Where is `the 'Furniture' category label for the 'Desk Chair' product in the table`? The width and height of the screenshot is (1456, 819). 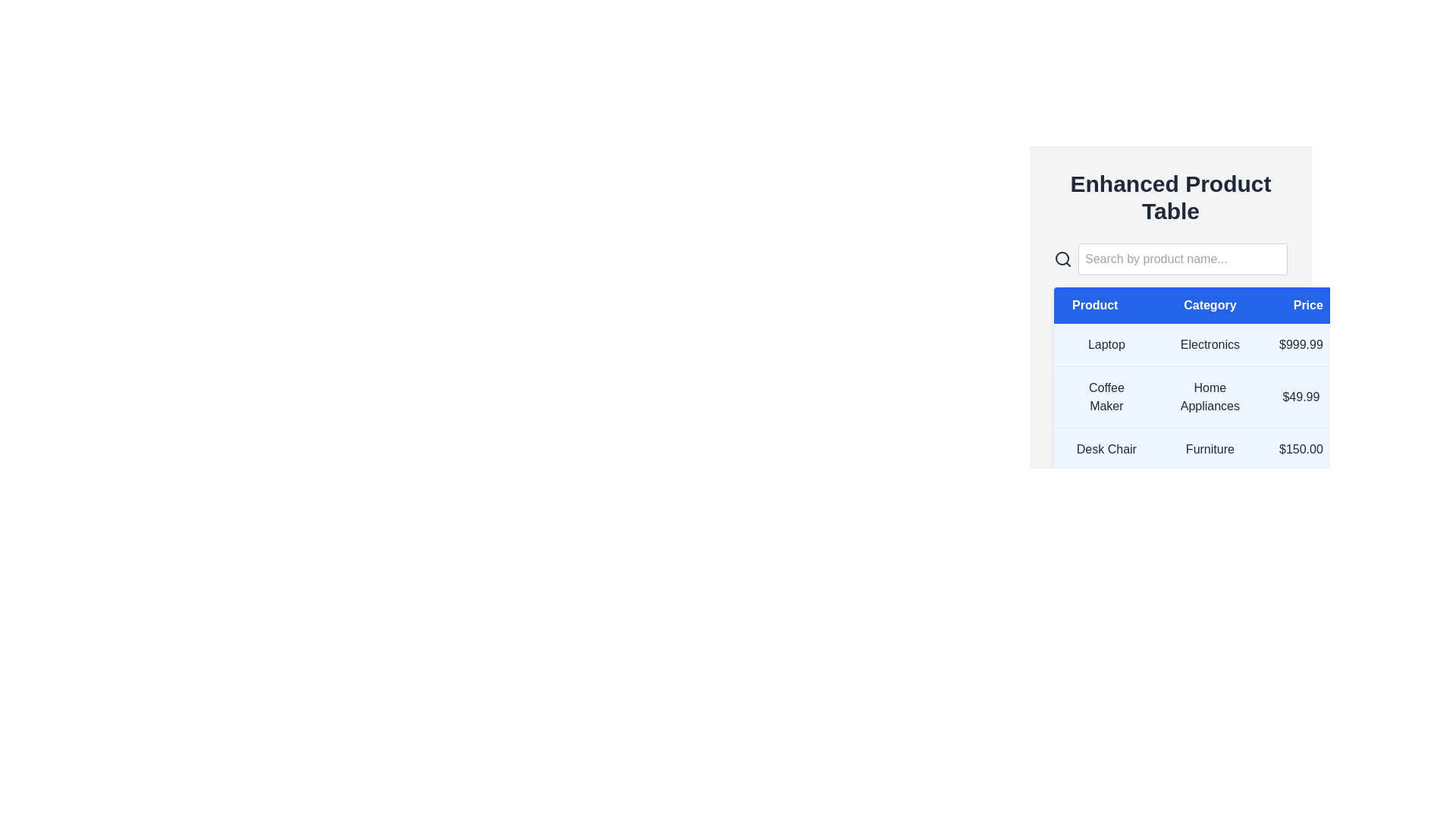
the 'Furniture' category label for the 'Desk Chair' product in the table is located at coordinates (1209, 449).